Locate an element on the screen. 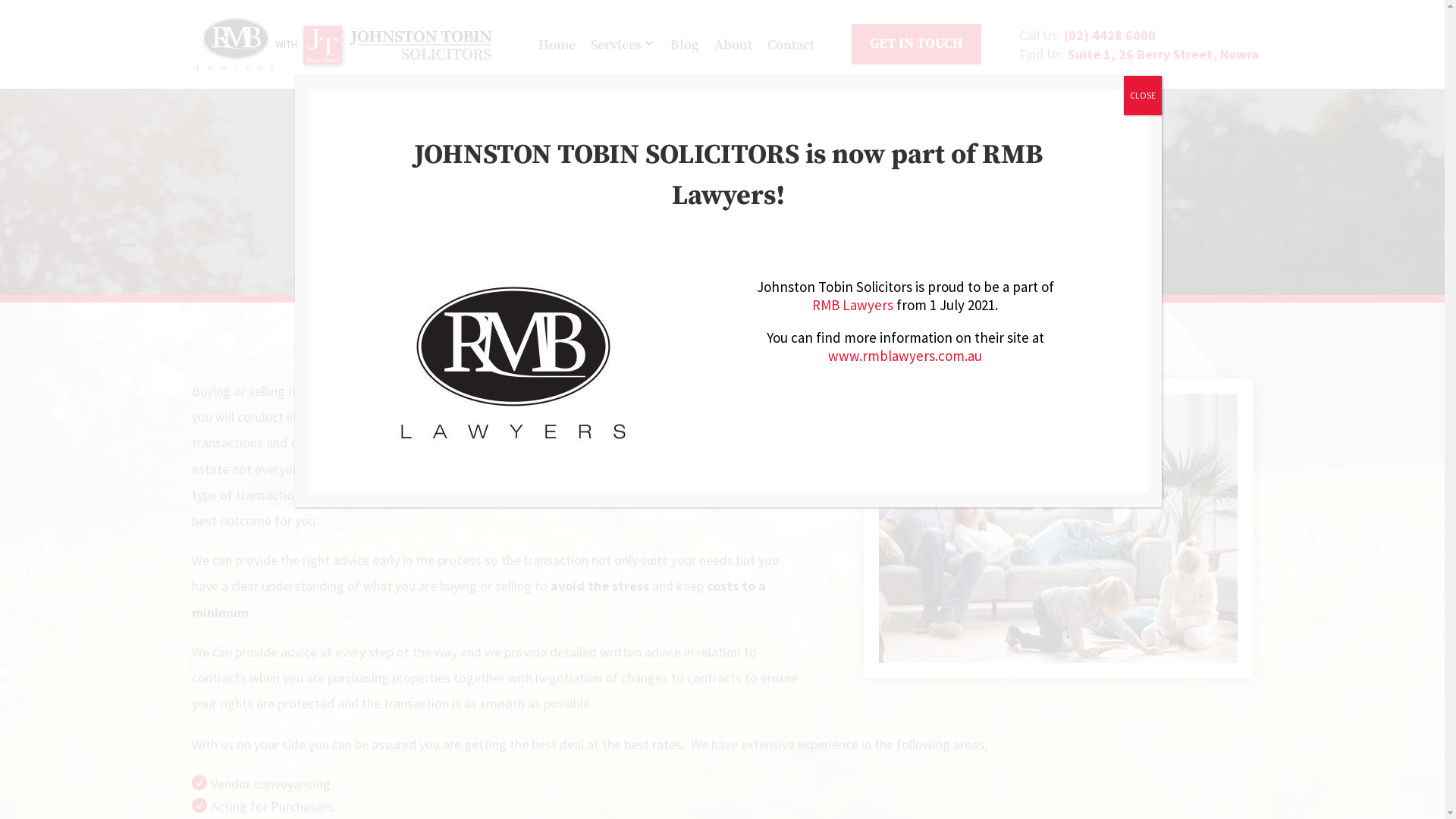 Image resolution: width=1456 pixels, height=819 pixels. 'GET IN TOUCH' is located at coordinates (915, 43).